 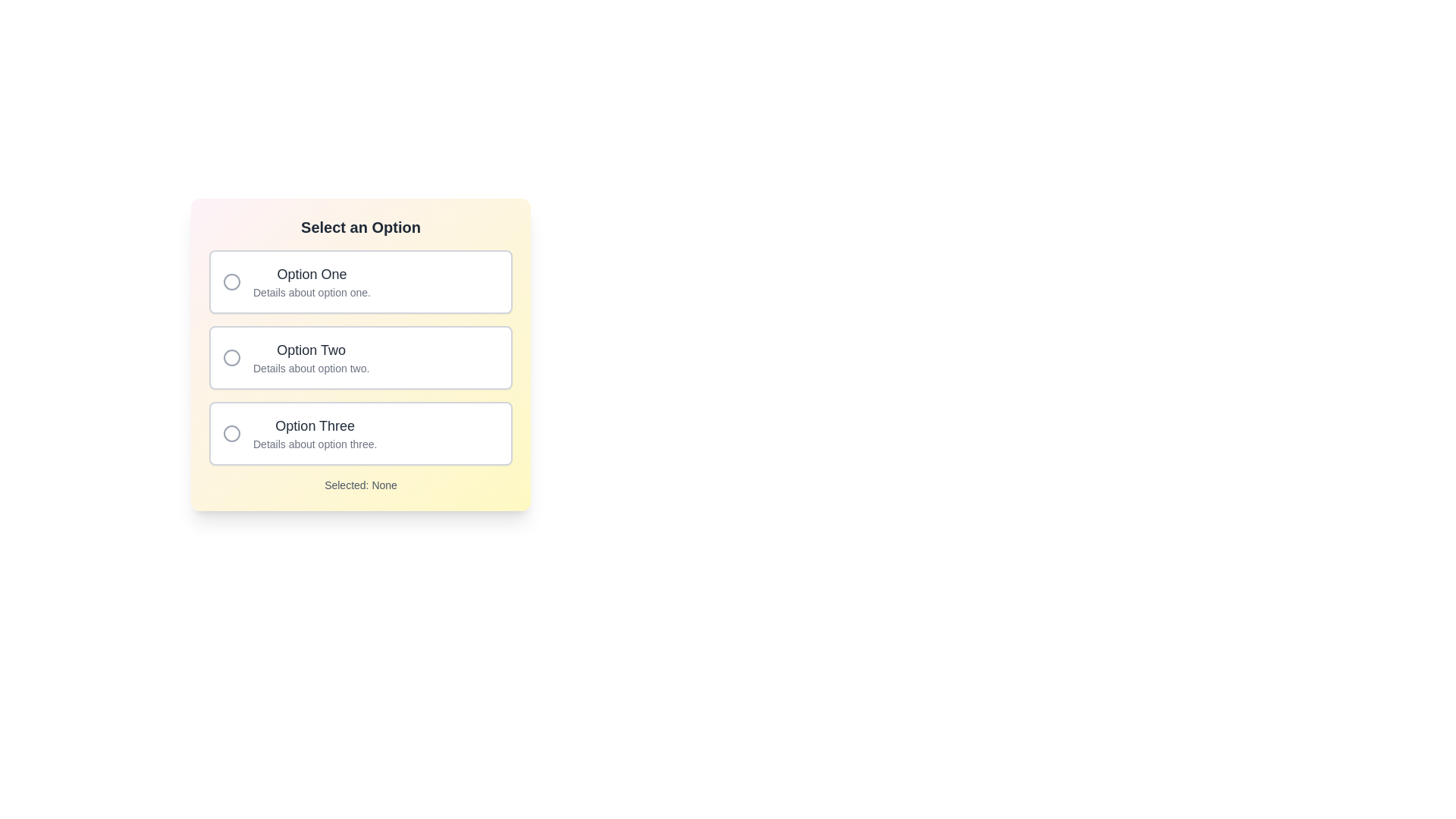 What do you see at coordinates (310, 350) in the screenshot?
I see `displayed text of the Text Label that serves as a title or heading, located between 'Option One' and 'Option Three' in the second selectable option group` at bounding box center [310, 350].